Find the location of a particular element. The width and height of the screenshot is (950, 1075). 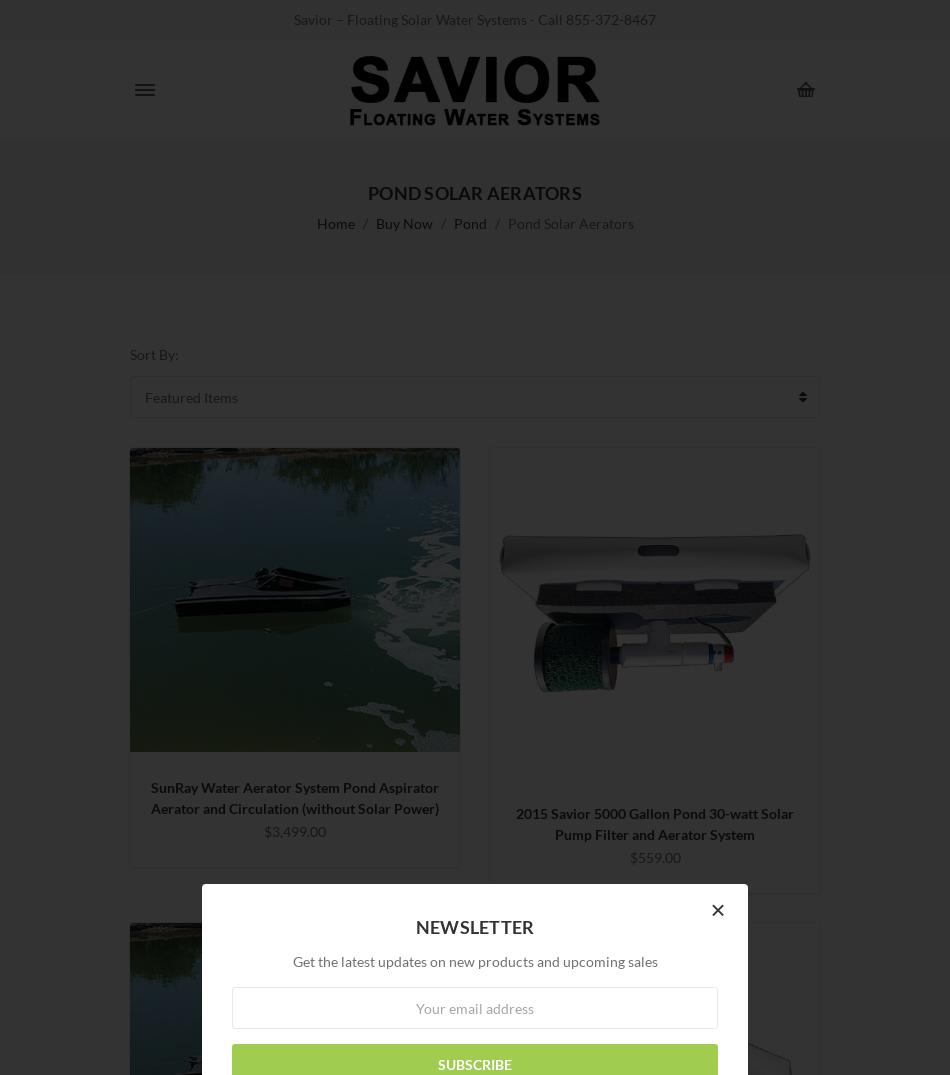

'Newsletter' is located at coordinates (413, 925).